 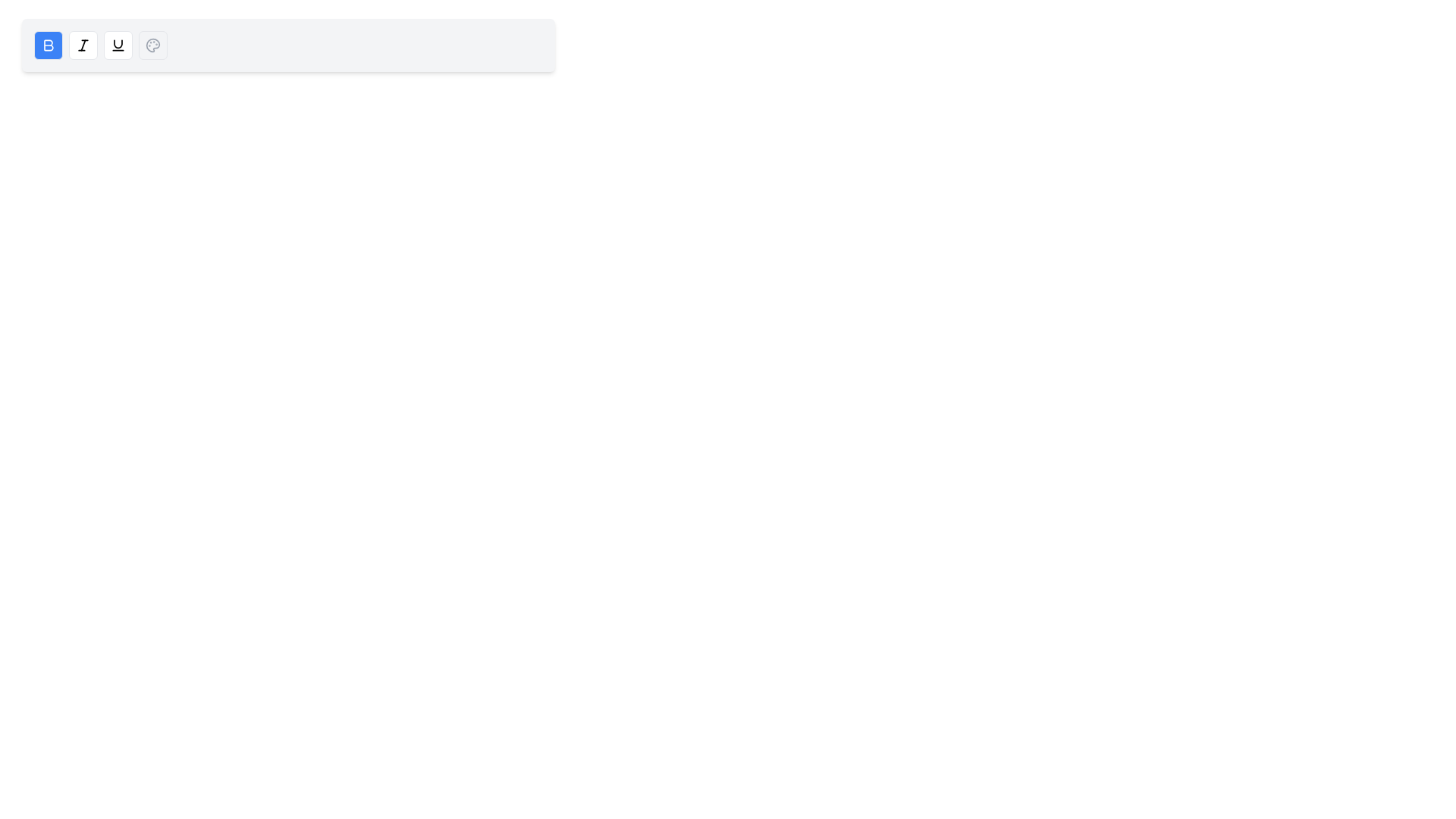 I want to click on the italic styling button, which is the second button in the group of text formatting buttons located at the top left of the interface, so click(x=83, y=45).